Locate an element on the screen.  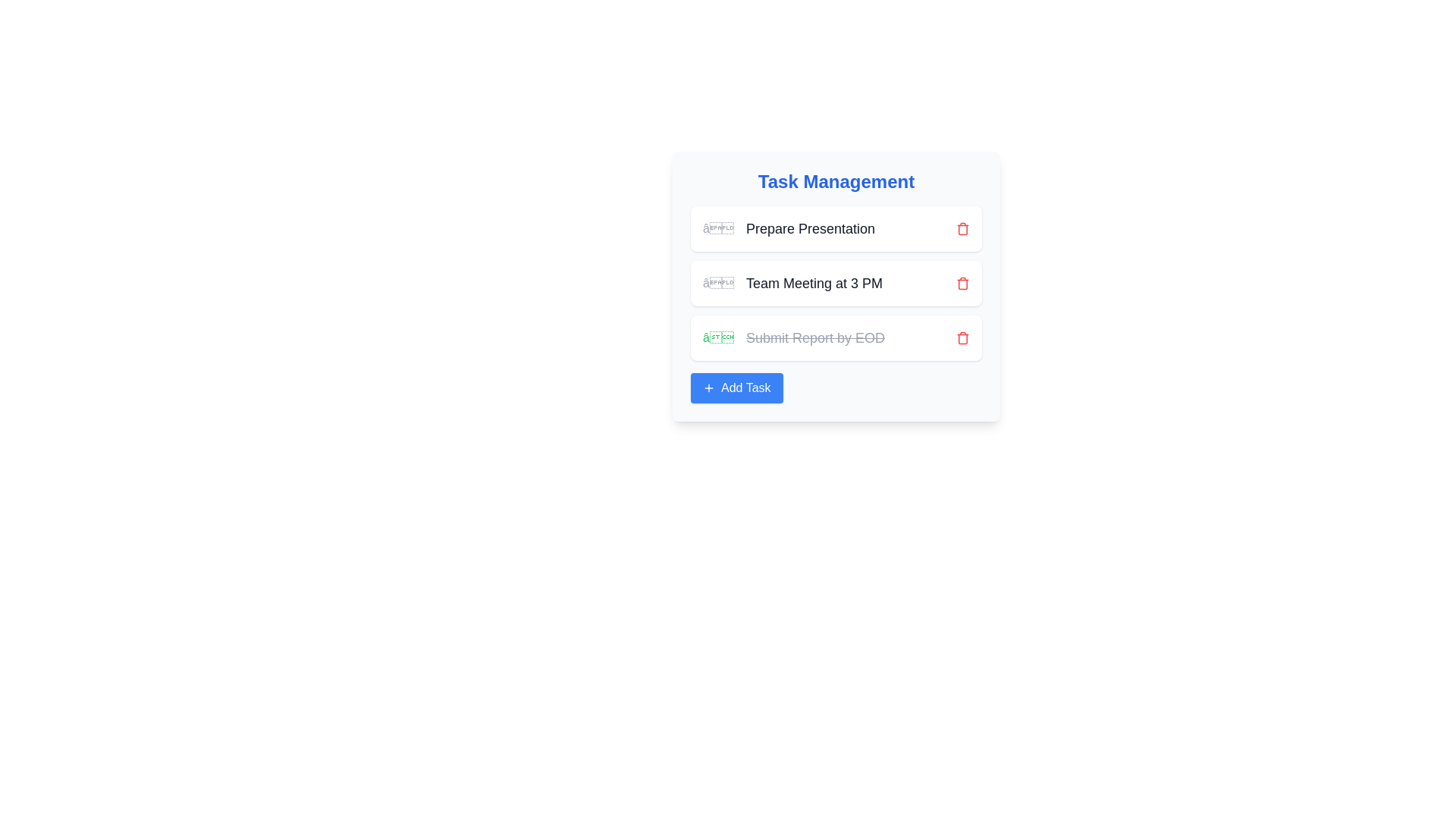
the completed task item in the Task Management interface, located in the third task row, which has a red delete icon on its right side is located at coordinates (792, 337).